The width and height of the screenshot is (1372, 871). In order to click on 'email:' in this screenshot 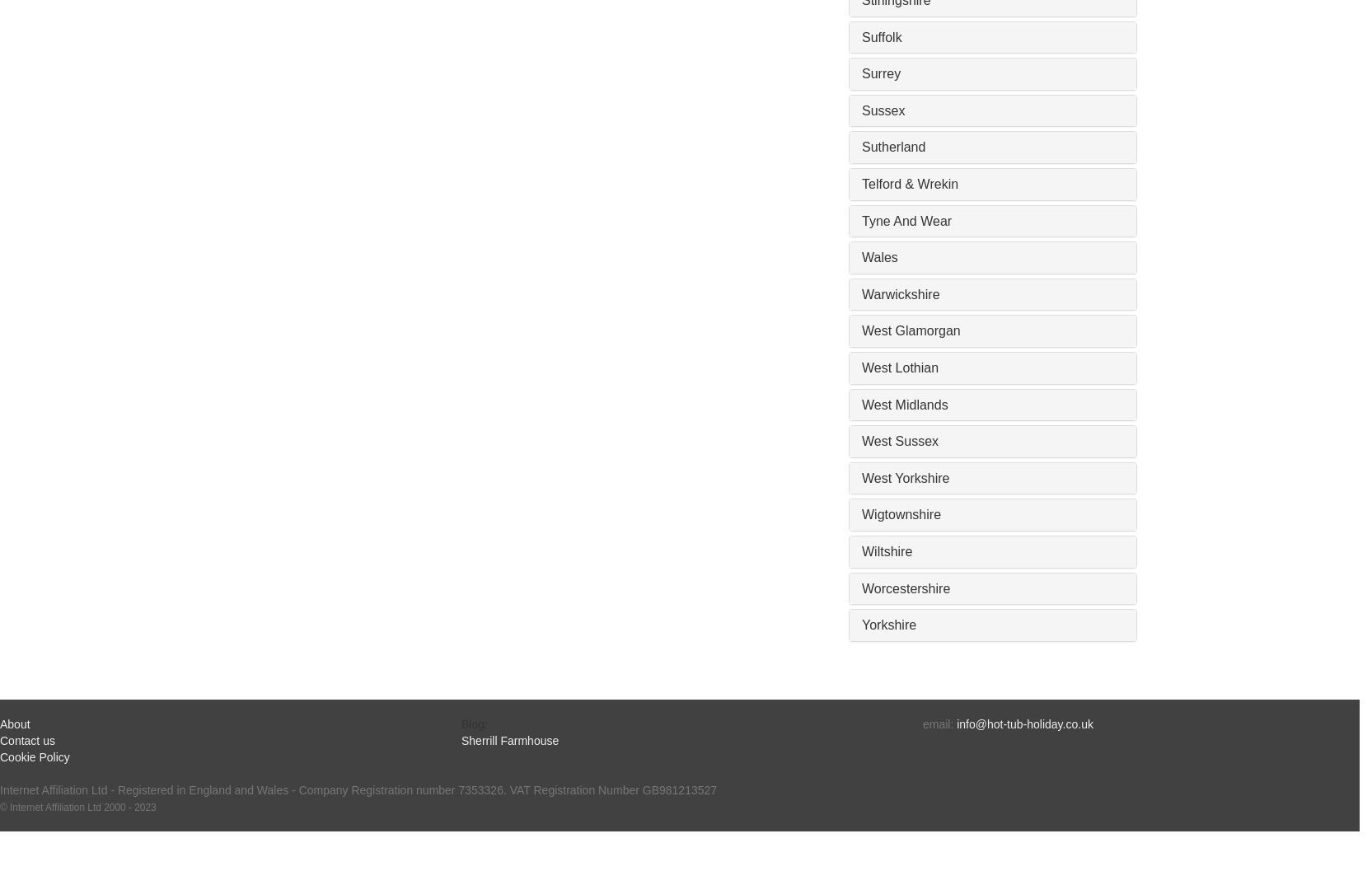, I will do `click(939, 723)`.